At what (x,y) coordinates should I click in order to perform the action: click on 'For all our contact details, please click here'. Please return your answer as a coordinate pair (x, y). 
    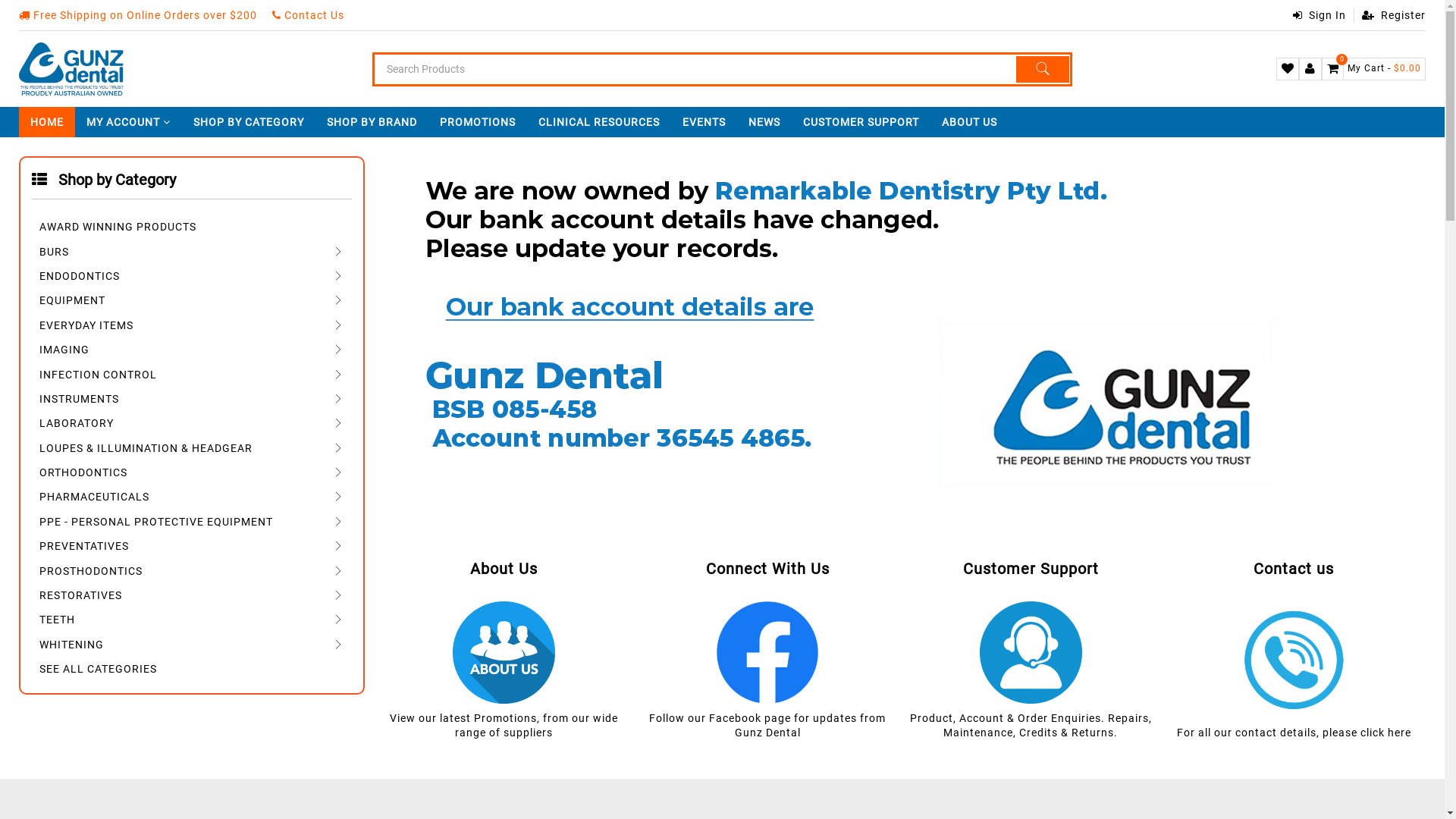
    Looking at the image, I should click on (1293, 731).